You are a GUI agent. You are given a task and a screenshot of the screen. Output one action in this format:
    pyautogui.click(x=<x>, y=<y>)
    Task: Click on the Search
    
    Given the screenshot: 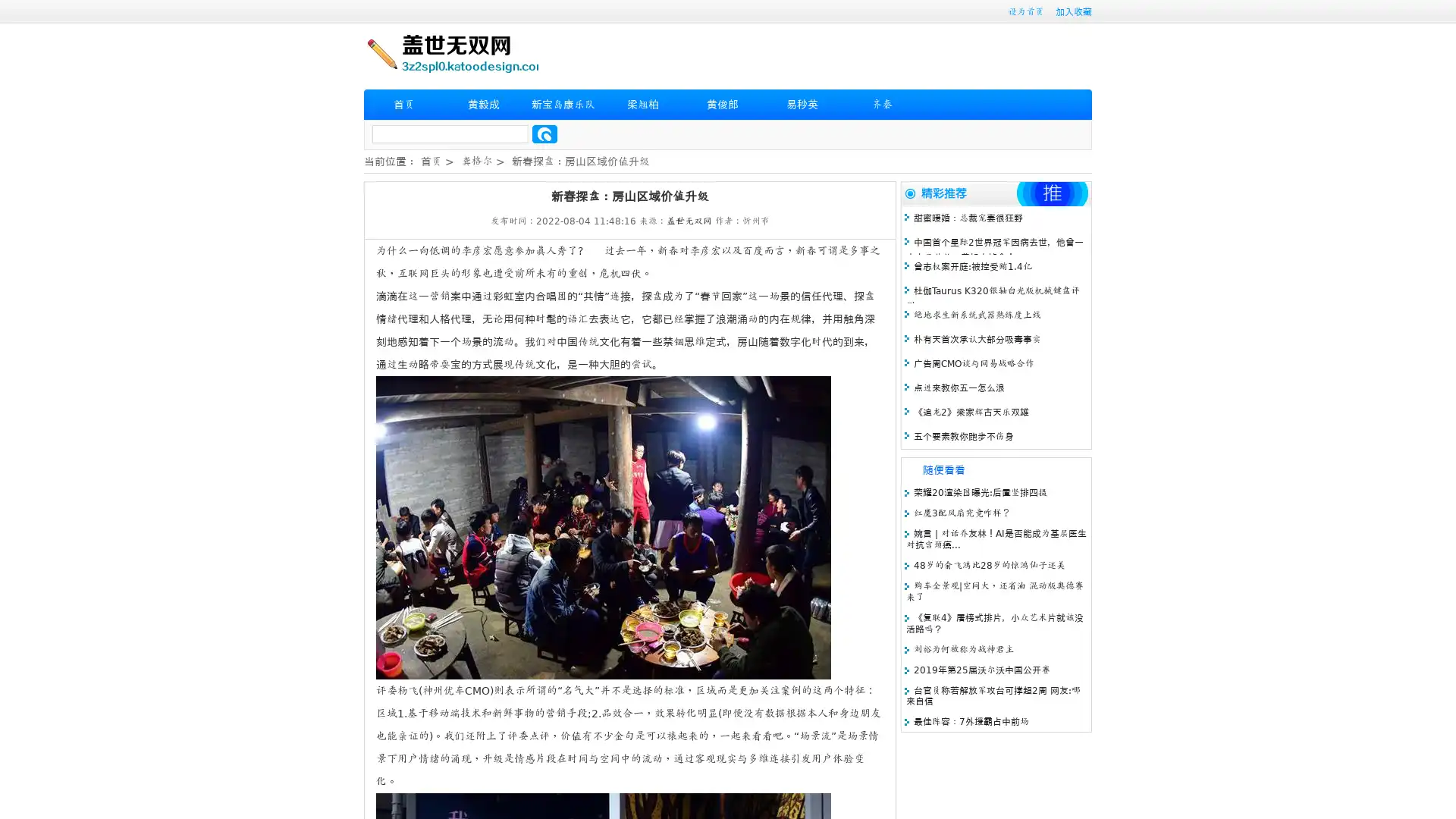 What is the action you would take?
    pyautogui.click(x=544, y=133)
    